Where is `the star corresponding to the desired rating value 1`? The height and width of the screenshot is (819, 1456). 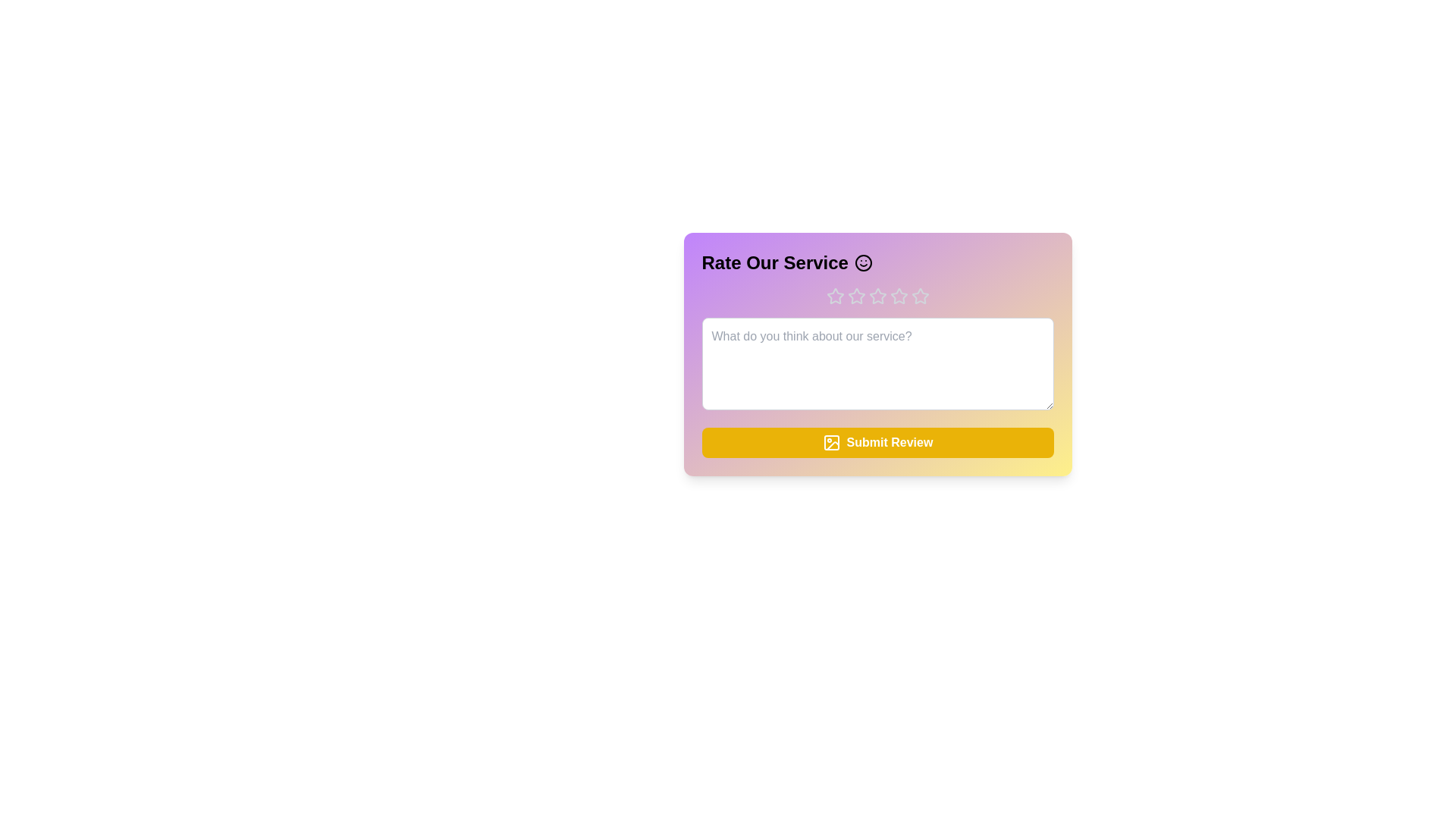
the star corresponding to the desired rating value 1 is located at coordinates (834, 296).